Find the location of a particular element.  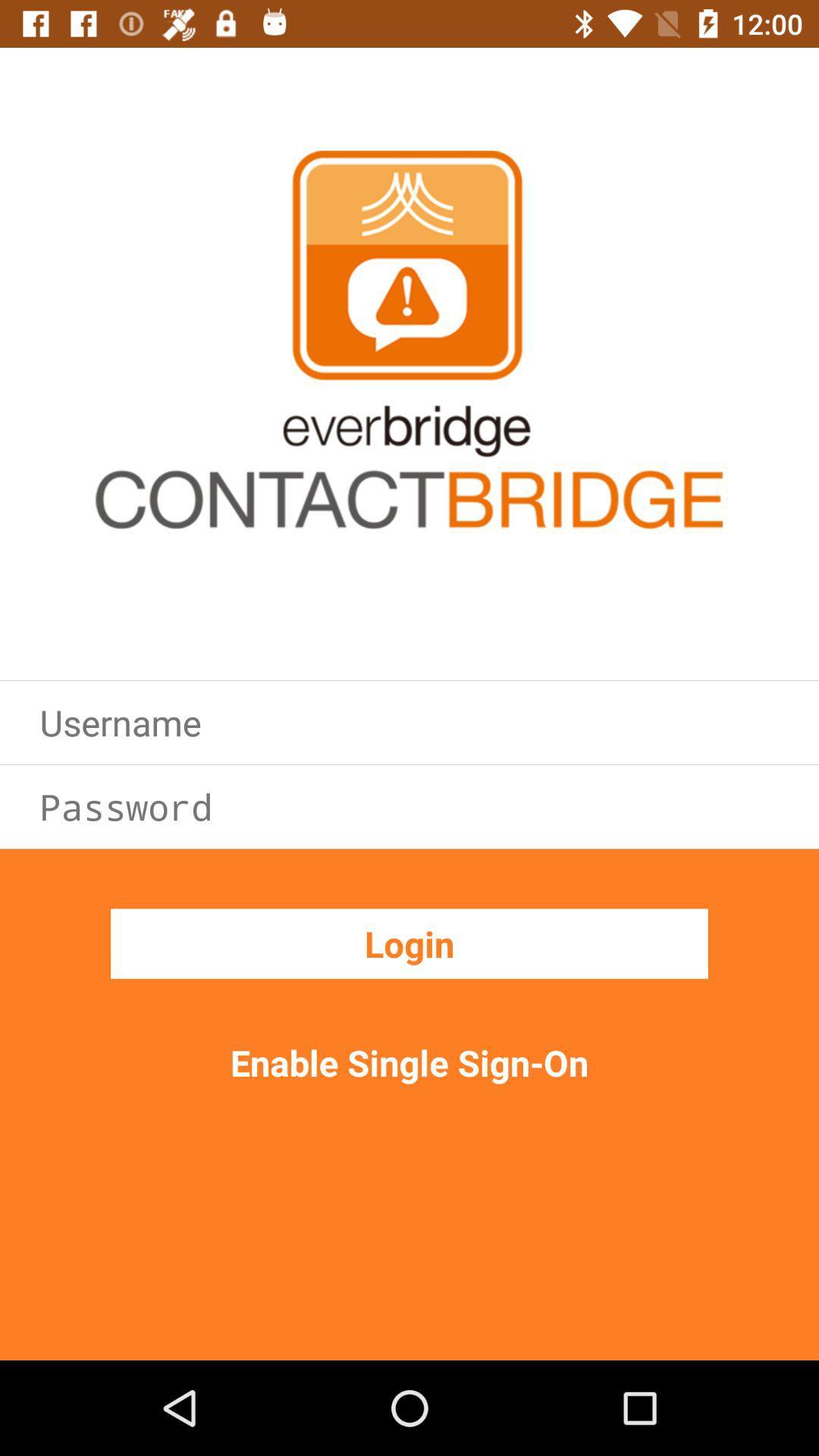

enable single sign item is located at coordinates (409, 1062).